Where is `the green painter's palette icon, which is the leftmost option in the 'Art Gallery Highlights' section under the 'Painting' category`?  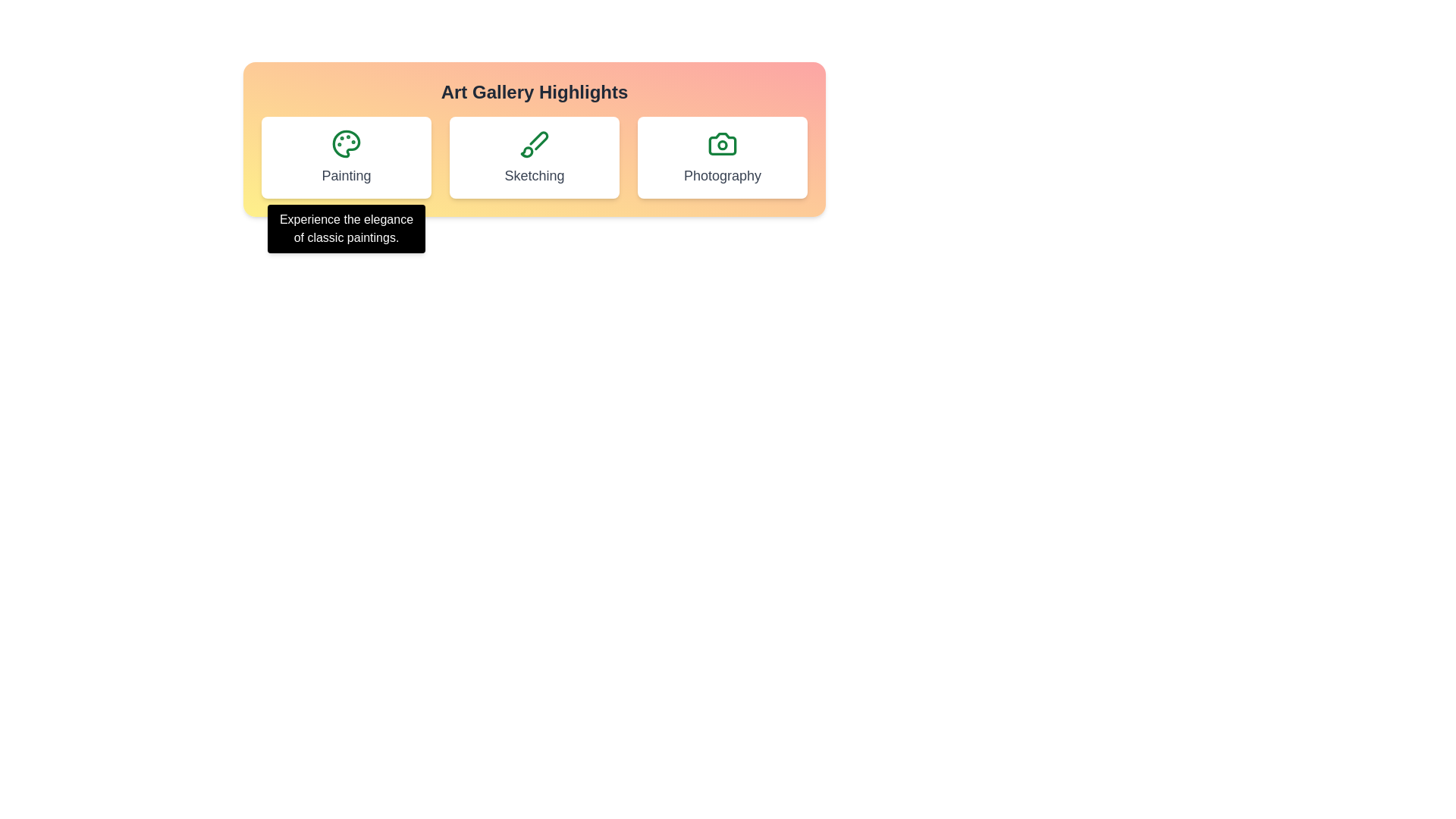 the green painter's palette icon, which is the leftmost option in the 'Art Gallery Highlights' section under the 'Painting' category is located at coordinates (345, 143).